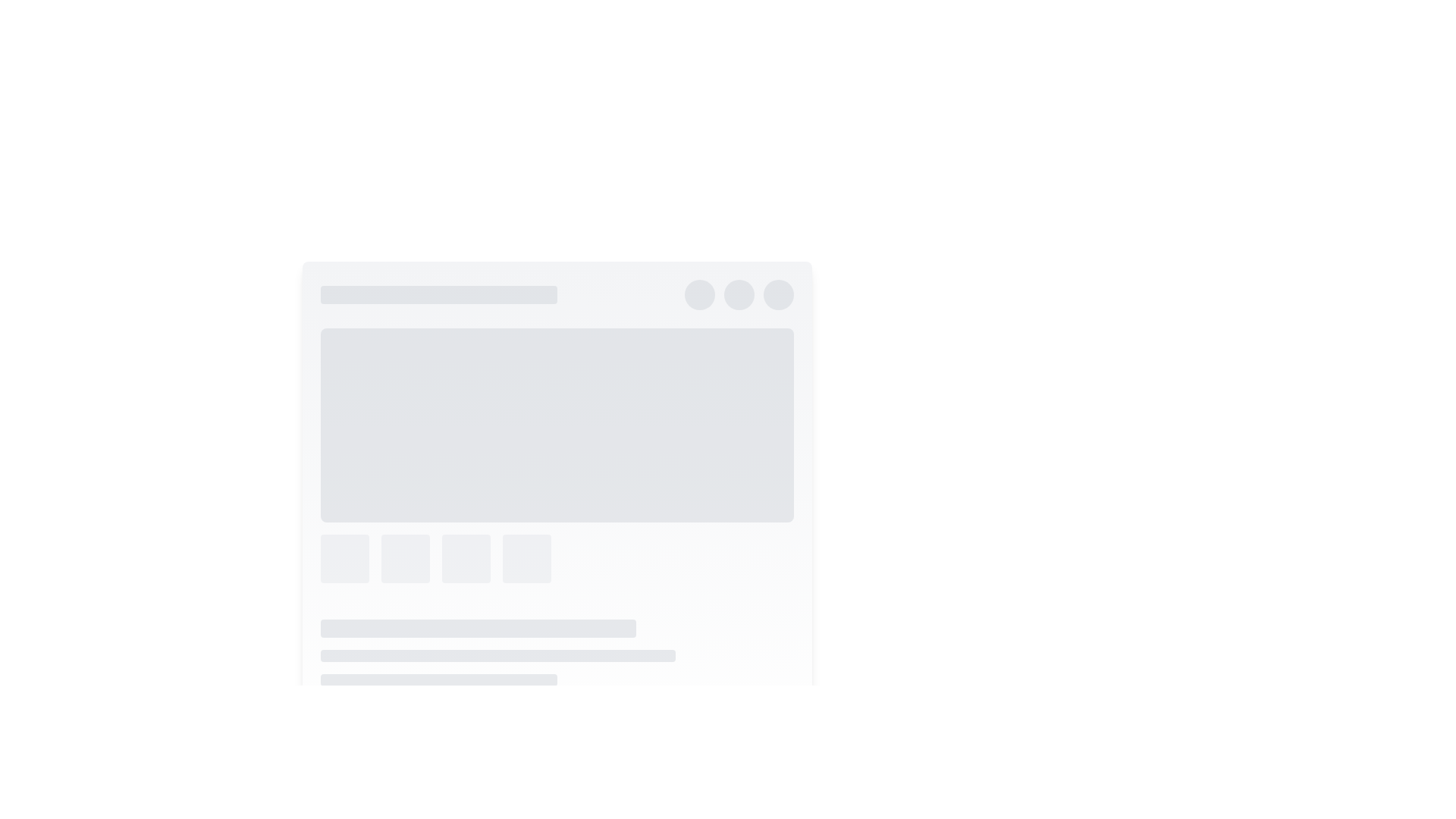 The image size is (1456, 819). I want to click on the leftmost circular gray decorative element located in the top-right corner of the interface, so click(698, 295).